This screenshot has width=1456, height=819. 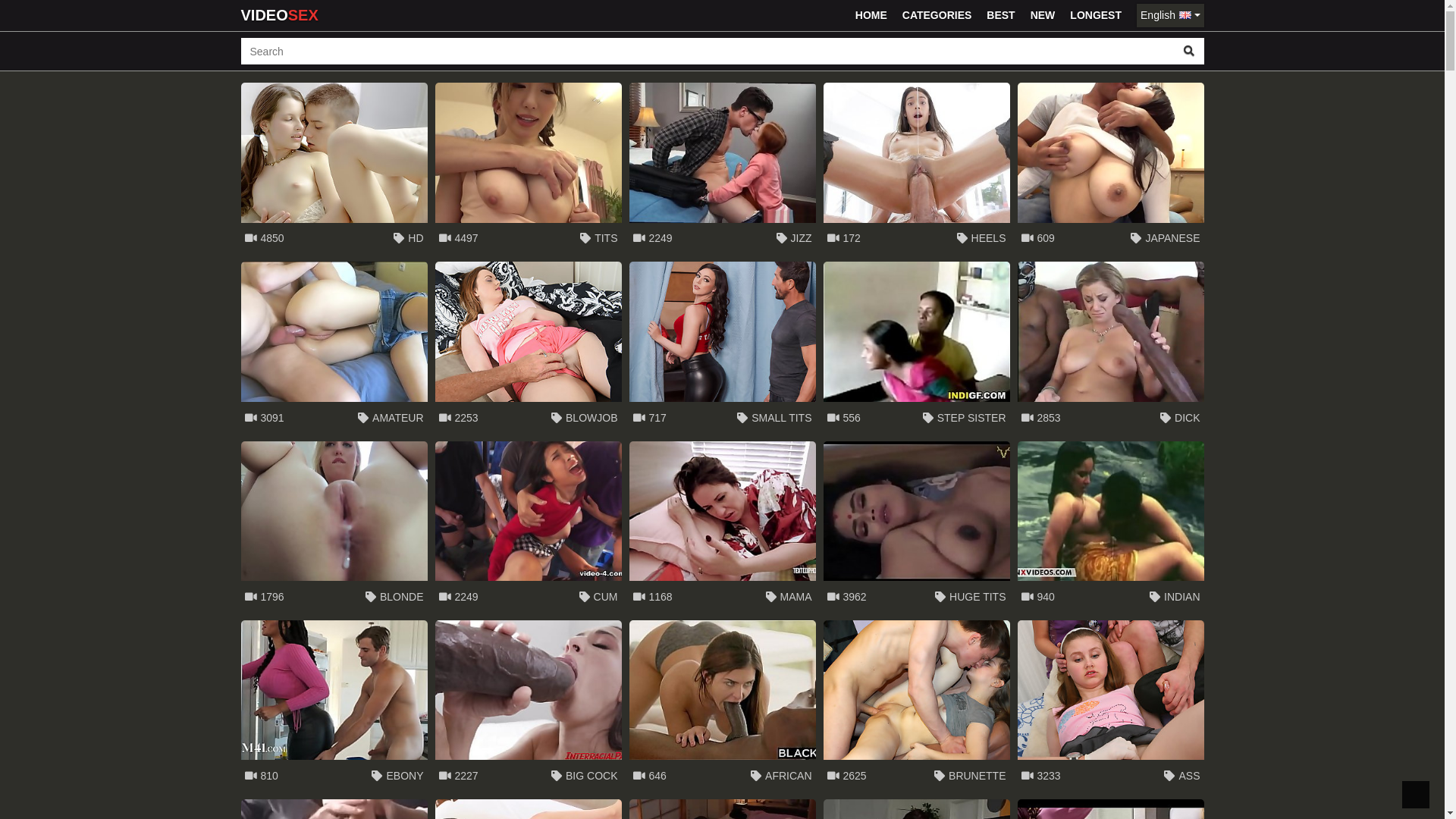 What do you see at coordinates (871, 15) in the screenshot?
I see `'HOME'` at bounding box center [871, 15].